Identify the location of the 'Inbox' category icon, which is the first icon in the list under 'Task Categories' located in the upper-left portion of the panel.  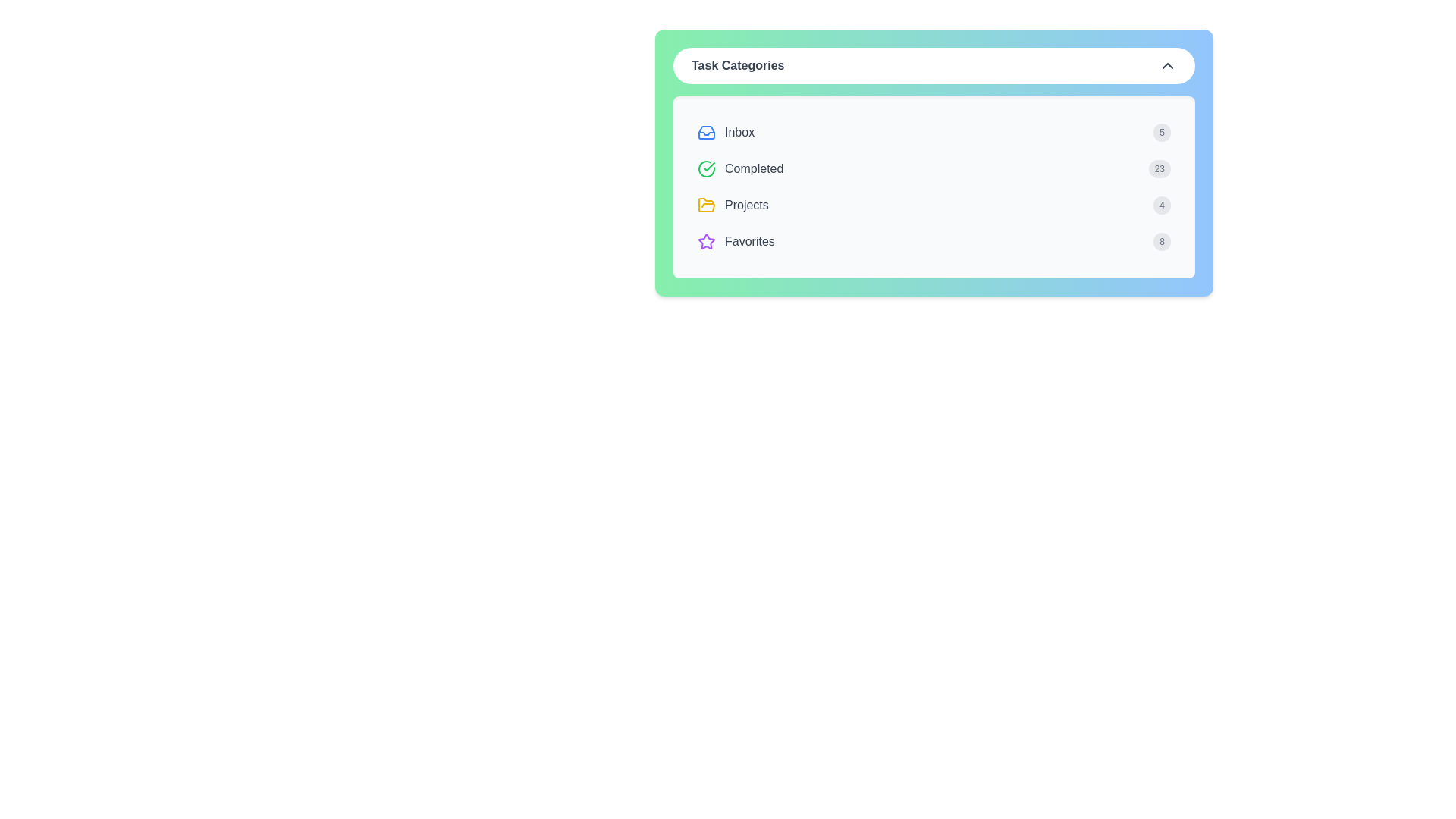
(705, 131).